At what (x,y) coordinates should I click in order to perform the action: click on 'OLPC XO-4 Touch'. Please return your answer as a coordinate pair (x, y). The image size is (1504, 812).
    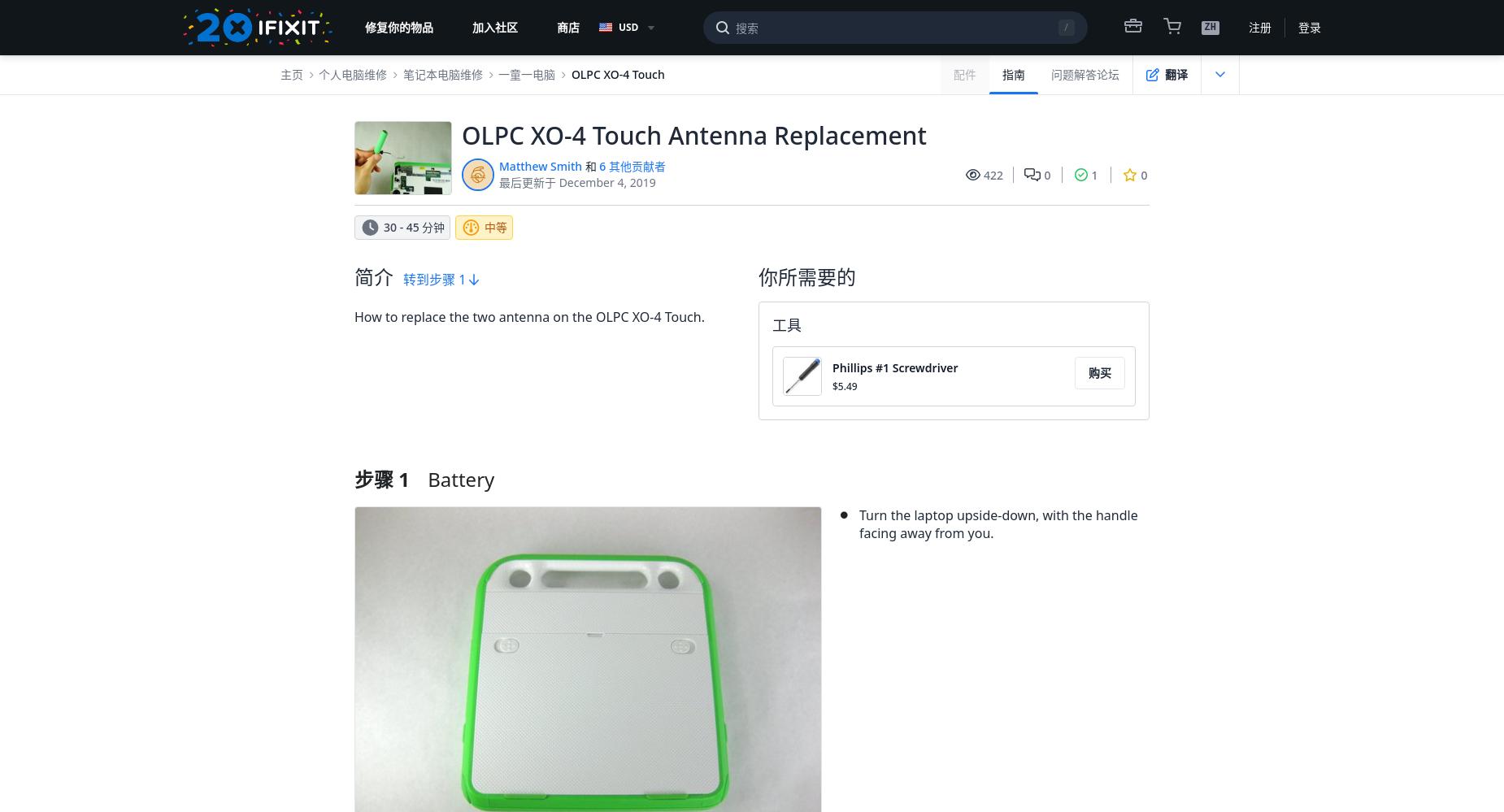
    Looking at the image, I should click on (571, 73).